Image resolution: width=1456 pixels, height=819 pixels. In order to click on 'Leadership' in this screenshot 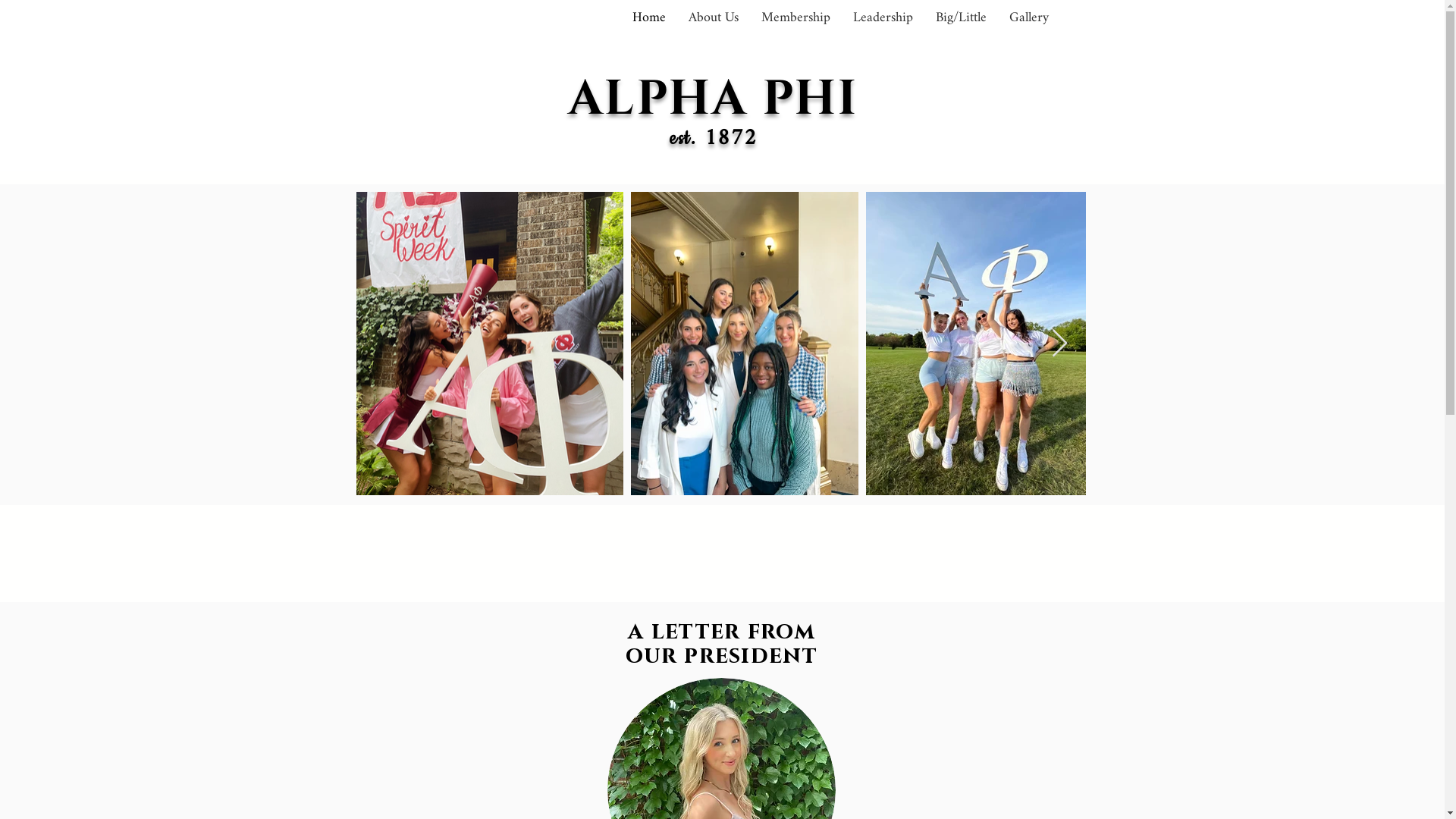, I will do `click(840, 17)`.